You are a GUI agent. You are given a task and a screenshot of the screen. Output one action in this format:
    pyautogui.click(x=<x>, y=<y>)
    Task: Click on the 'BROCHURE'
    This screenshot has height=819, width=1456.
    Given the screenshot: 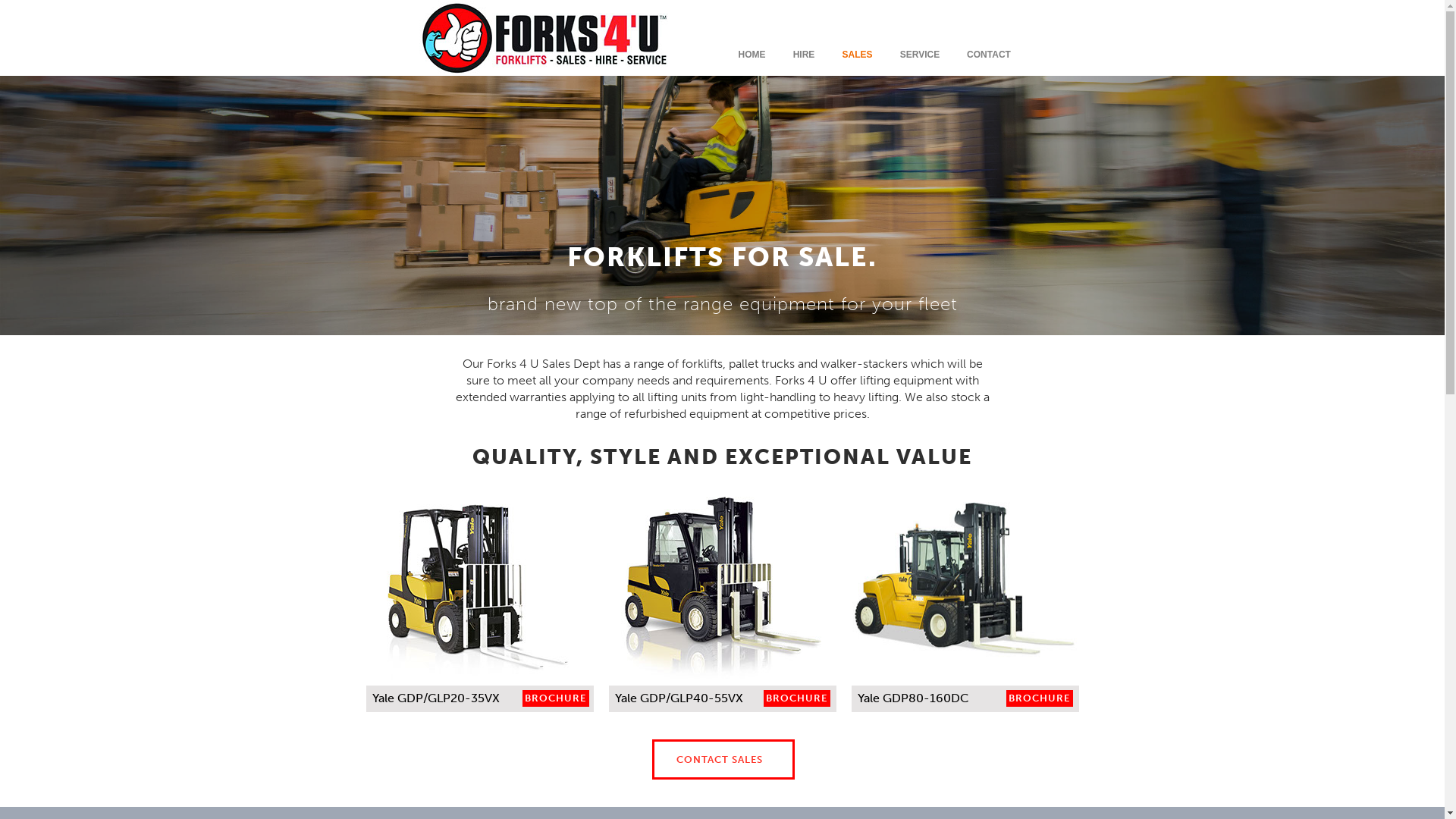 What is the action you would take?
    pyautogui.click(x=1037, y=698)
    